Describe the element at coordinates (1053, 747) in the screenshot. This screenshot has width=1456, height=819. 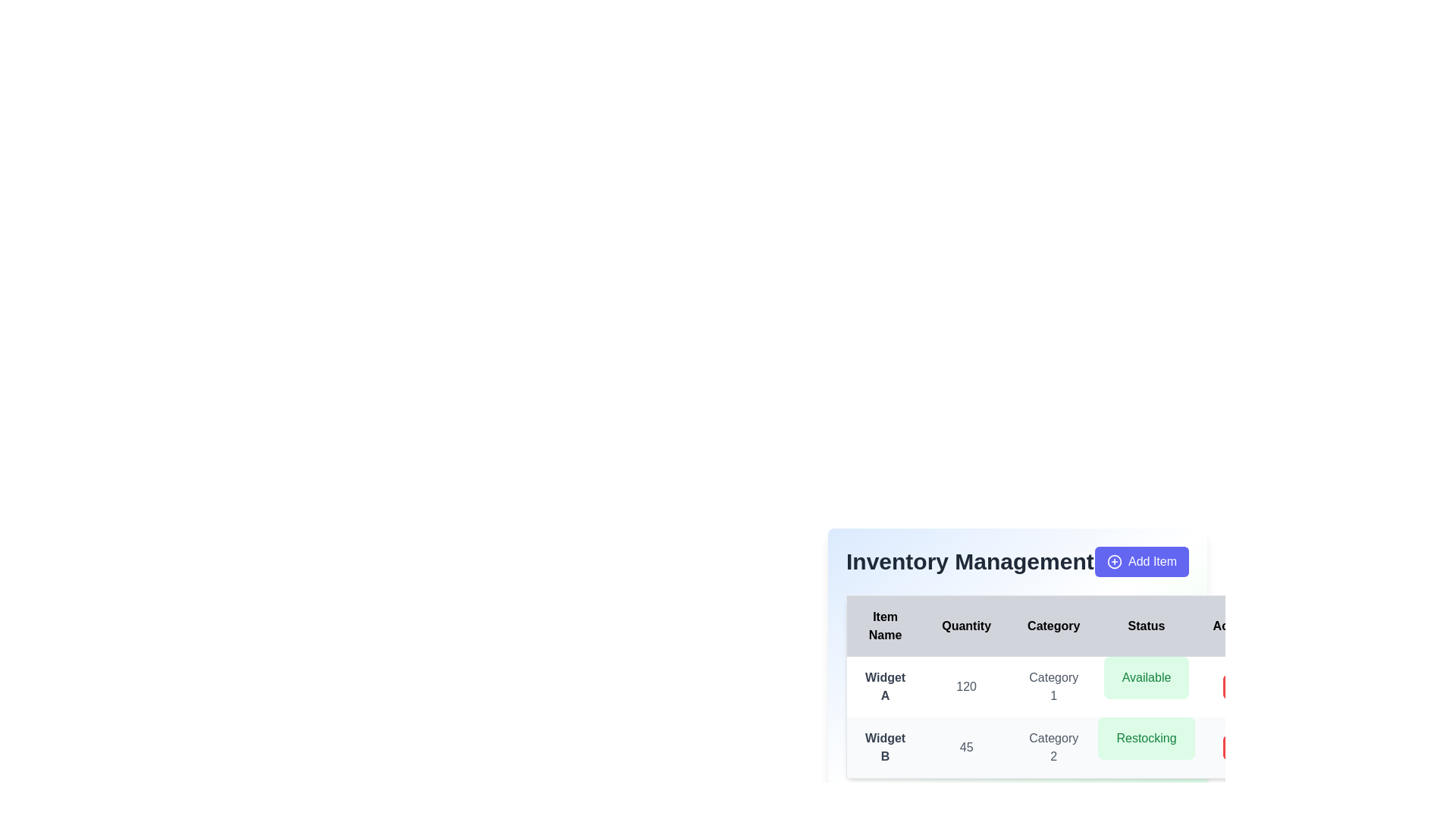
I see `the 'Category 2' text label, which is styled with centered alignment and muted gray font color, located in the third column of the second row of a table structure under the category header` at that location.